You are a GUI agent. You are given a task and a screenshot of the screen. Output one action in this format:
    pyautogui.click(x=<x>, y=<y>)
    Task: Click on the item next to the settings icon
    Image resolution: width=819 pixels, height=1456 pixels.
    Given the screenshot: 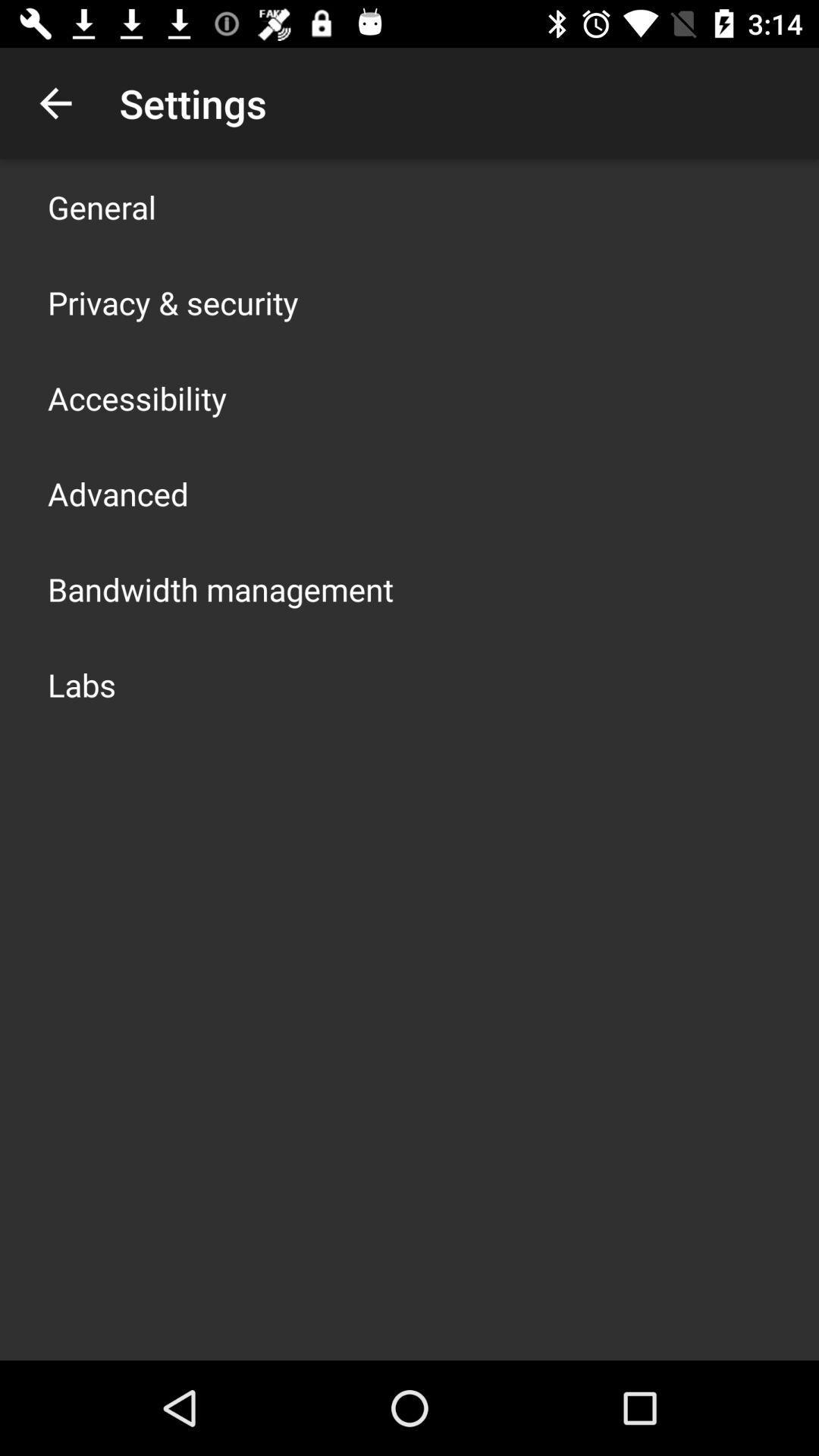 What is the action you would take?
    pyautogui.click(x=55, y=102)
    